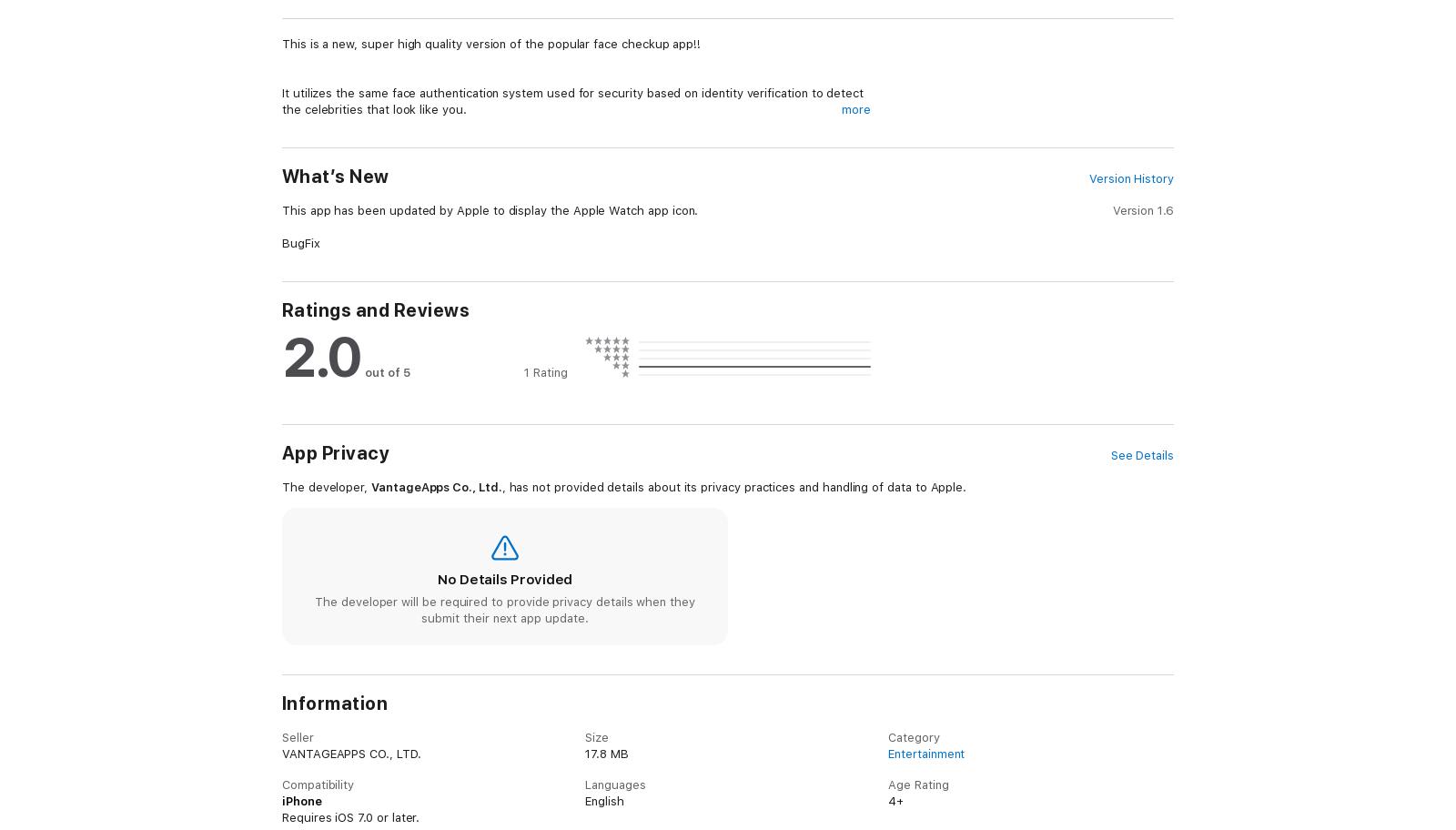  I want to click on 'Try it out with your friends!', so click(359, 764).